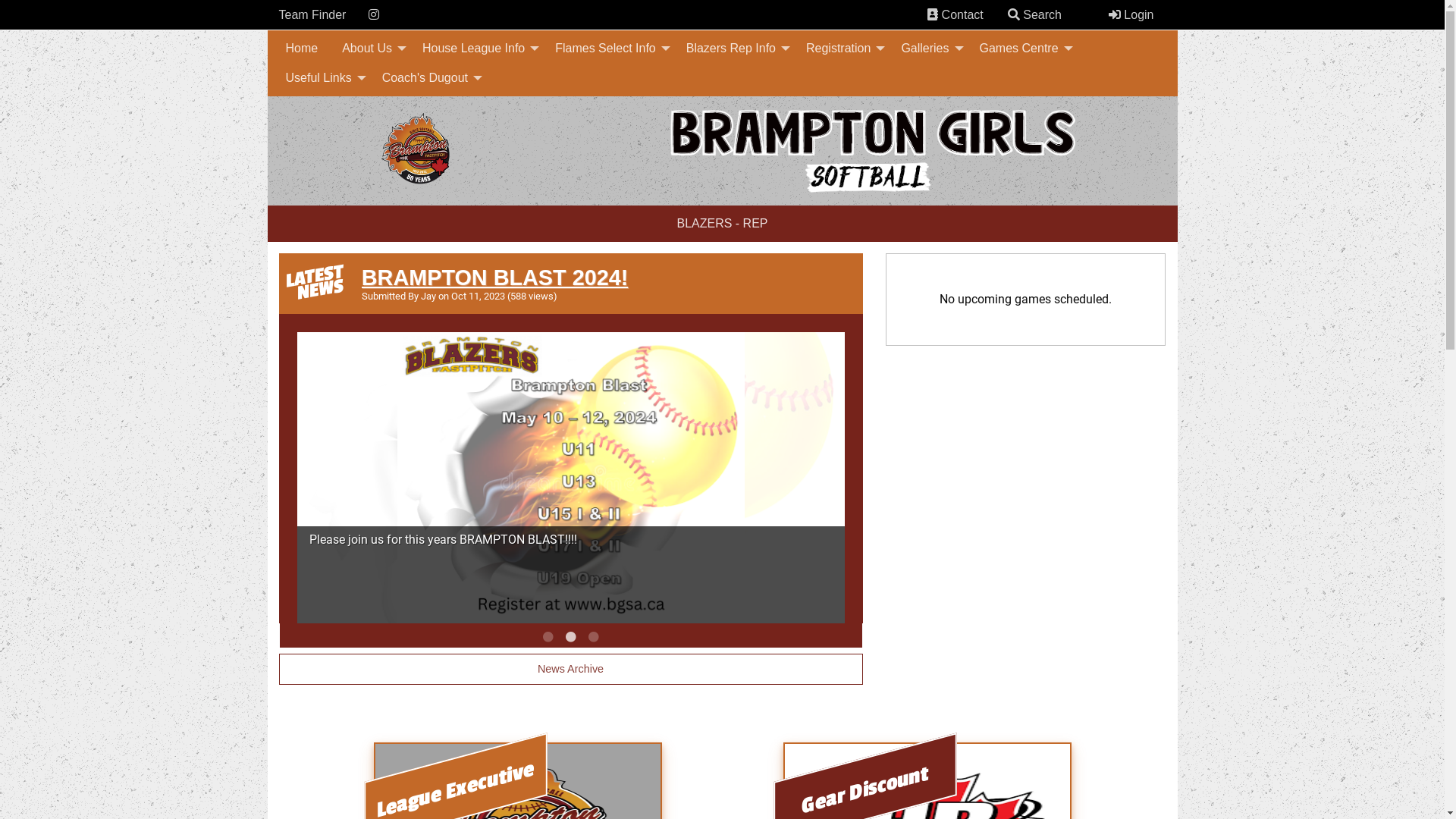 The width and height of the screenshot is (1456, 819). I want to click on 'Registration', so click(840, 48).